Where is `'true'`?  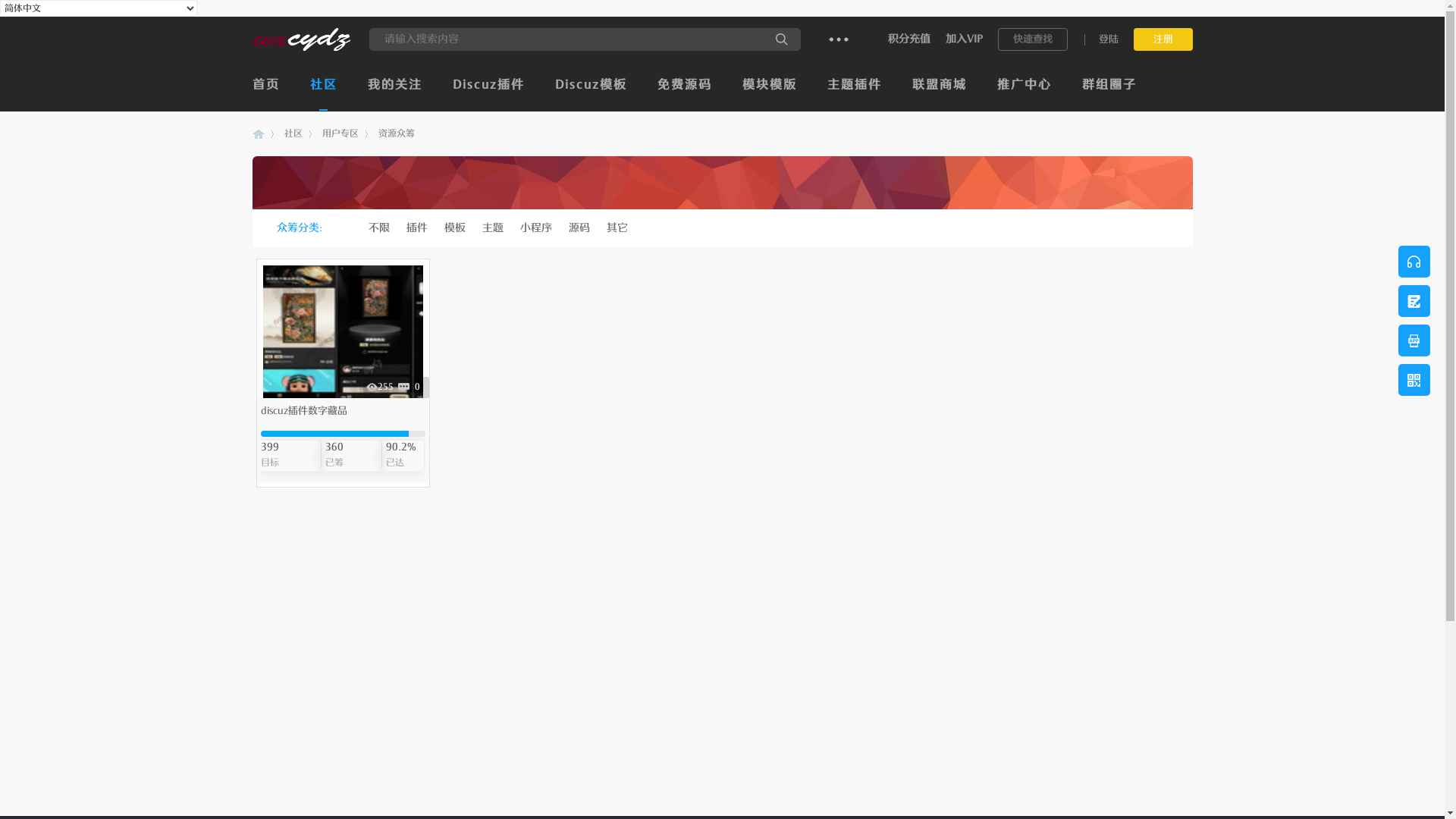
'true' is located at coordinates (782, 38).